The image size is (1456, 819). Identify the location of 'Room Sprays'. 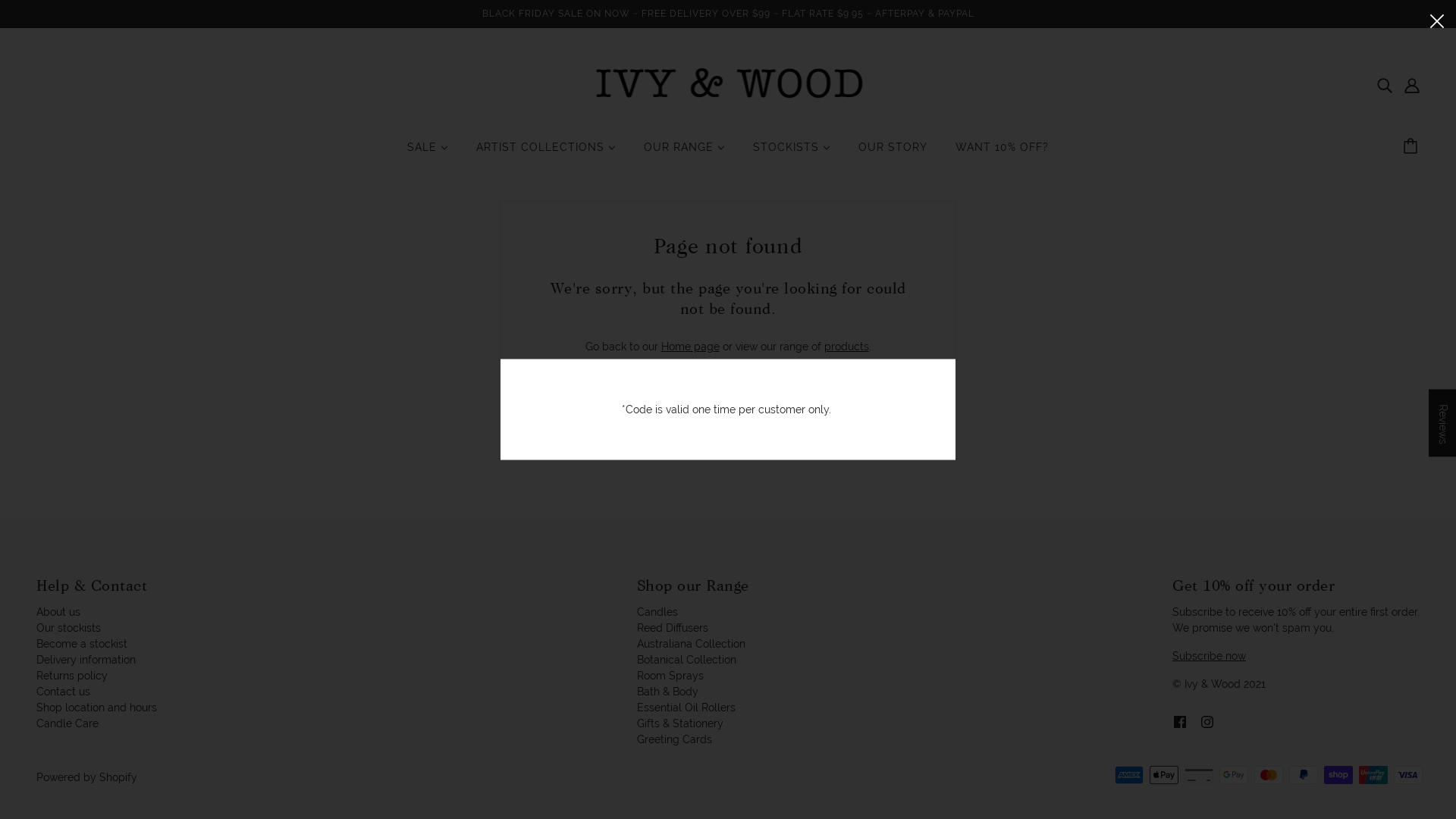
(669, 674).